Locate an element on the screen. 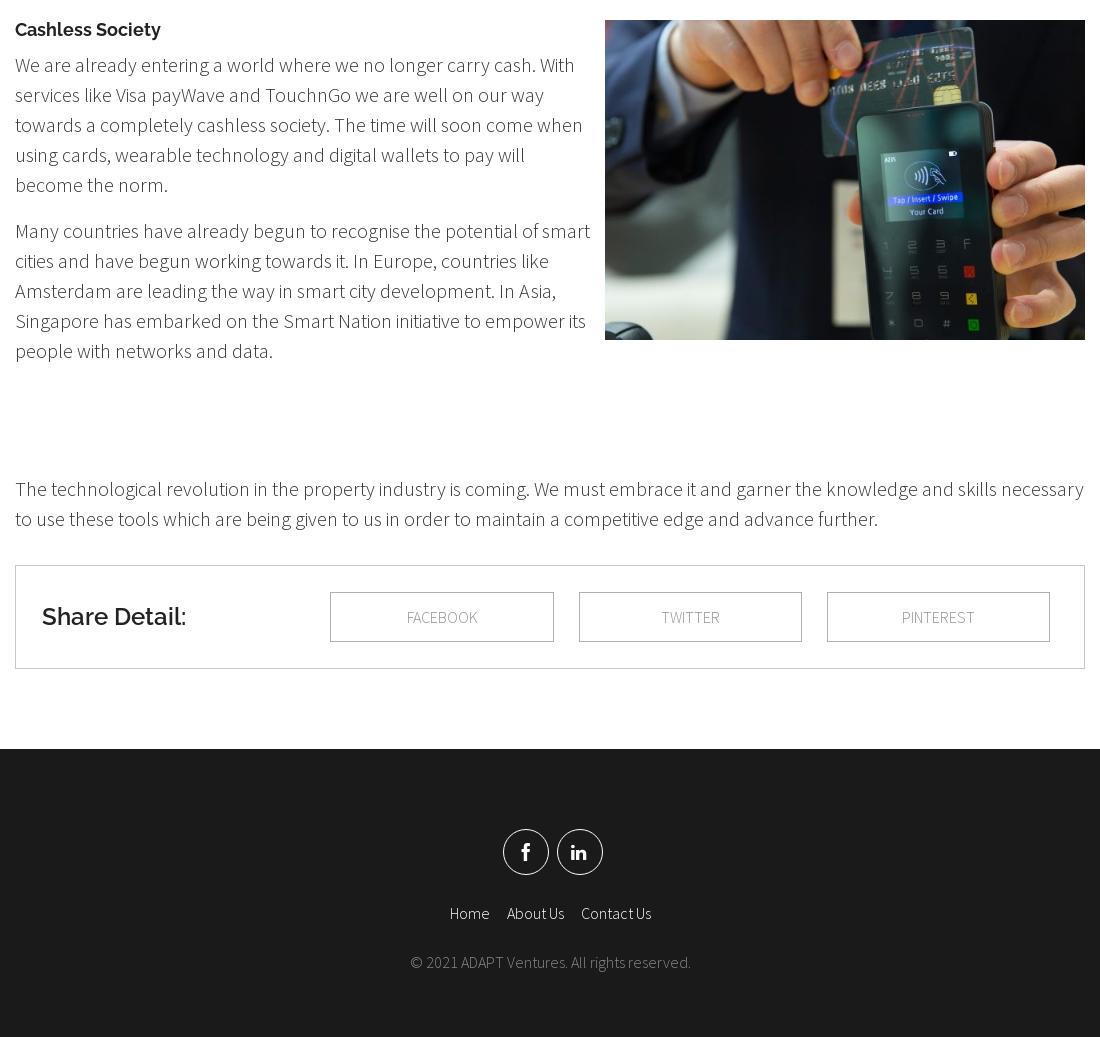 The height and width of the screenshot is (1037, 1100). 'Many countries have already begun to recognise the potential of smart cities and have begun working towards it. In Europe, countries like Amsterdam are leading the way in smart city development. In Asia, Singapore has embarked on the Smart Nation initiative to empower its people with networks and data.' is located at coordinates (301, 288).